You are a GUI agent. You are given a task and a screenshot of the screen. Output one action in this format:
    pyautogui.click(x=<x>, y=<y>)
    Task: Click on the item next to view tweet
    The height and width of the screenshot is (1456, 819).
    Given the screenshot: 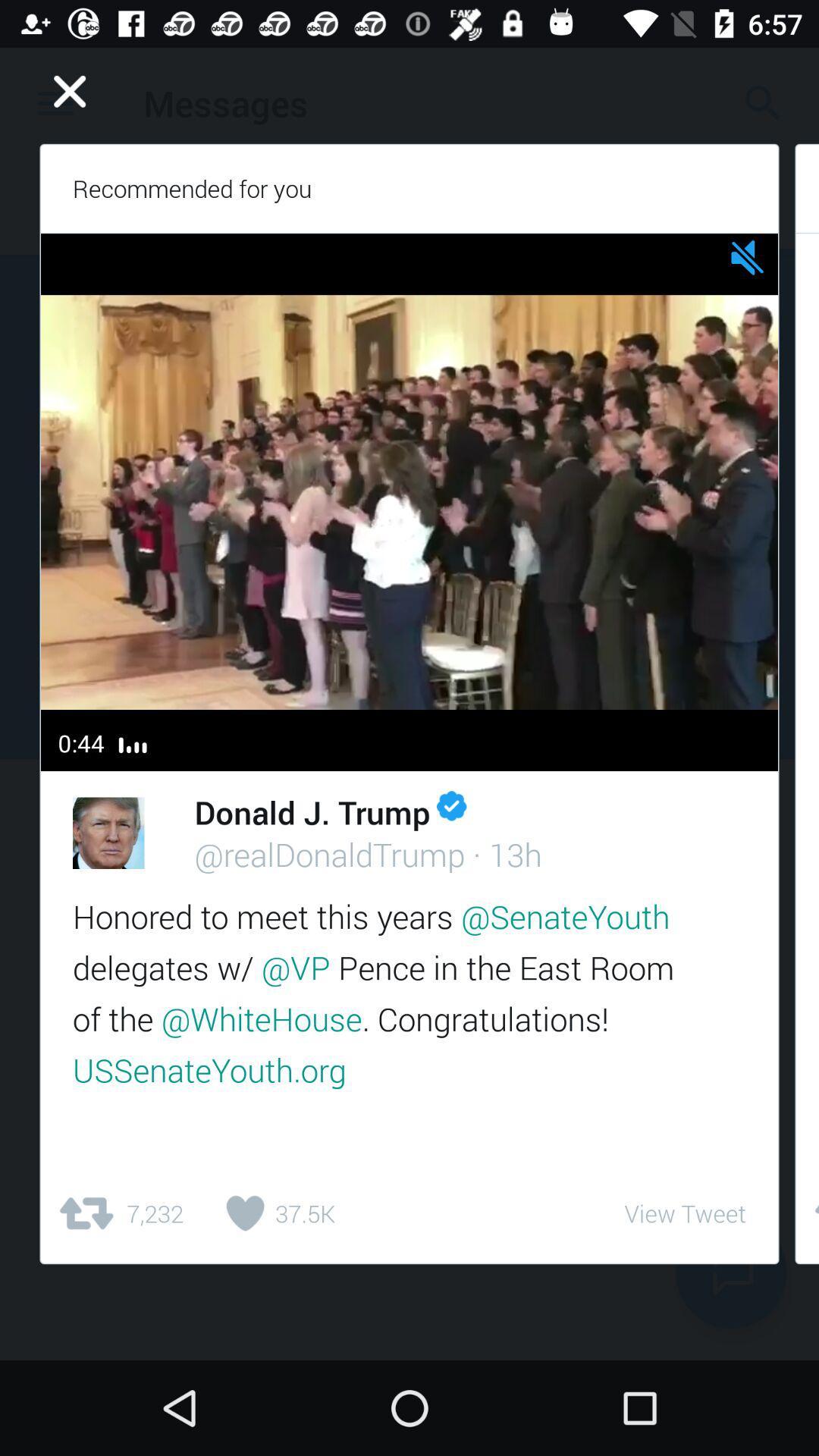 What is the action you would take?
    pyautogui.click(x=806, y=1213)
    